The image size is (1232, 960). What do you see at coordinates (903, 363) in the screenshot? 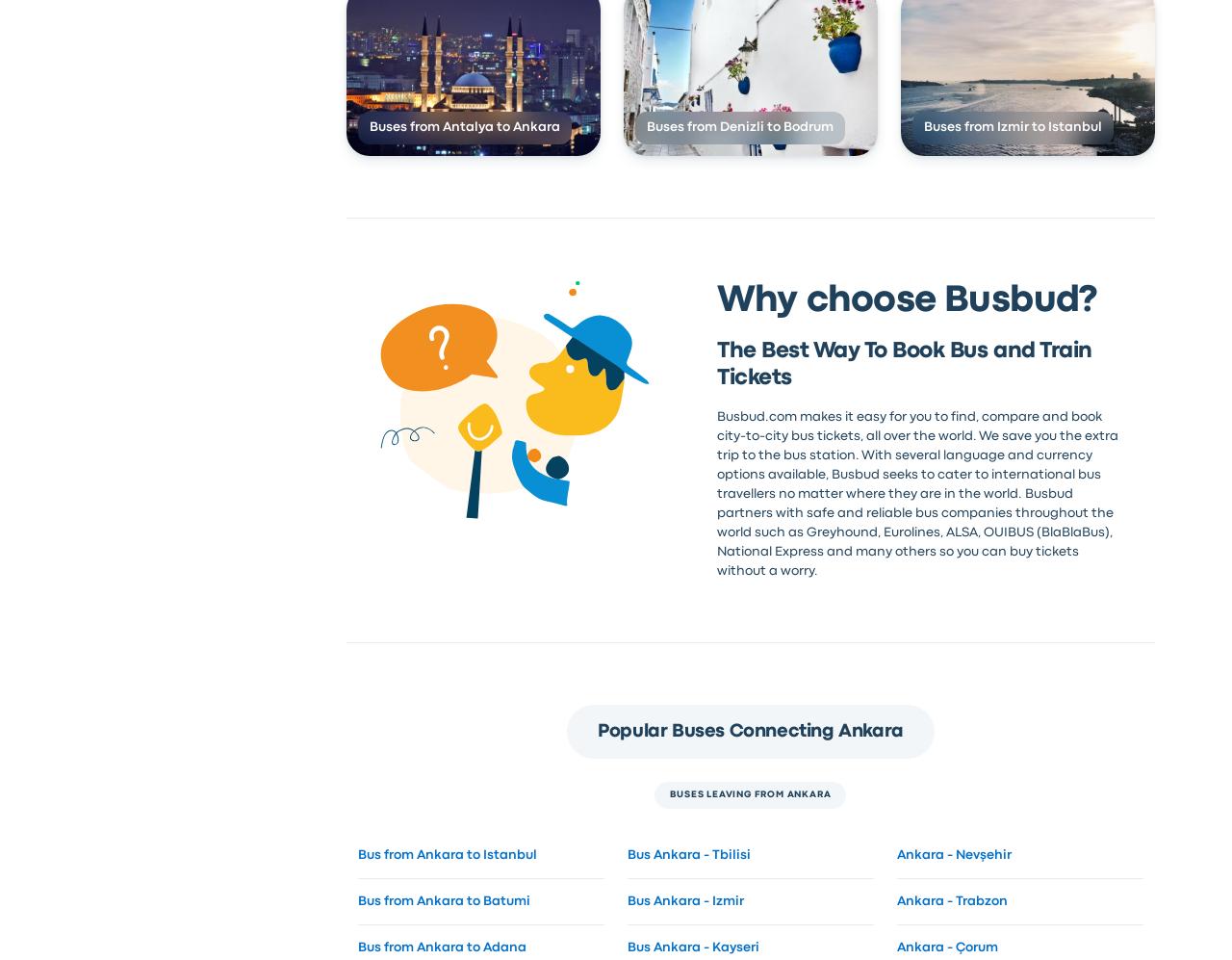
I see `'The Best Way To Book Bus and Train Tickets'` at bounding box center [903, 363].